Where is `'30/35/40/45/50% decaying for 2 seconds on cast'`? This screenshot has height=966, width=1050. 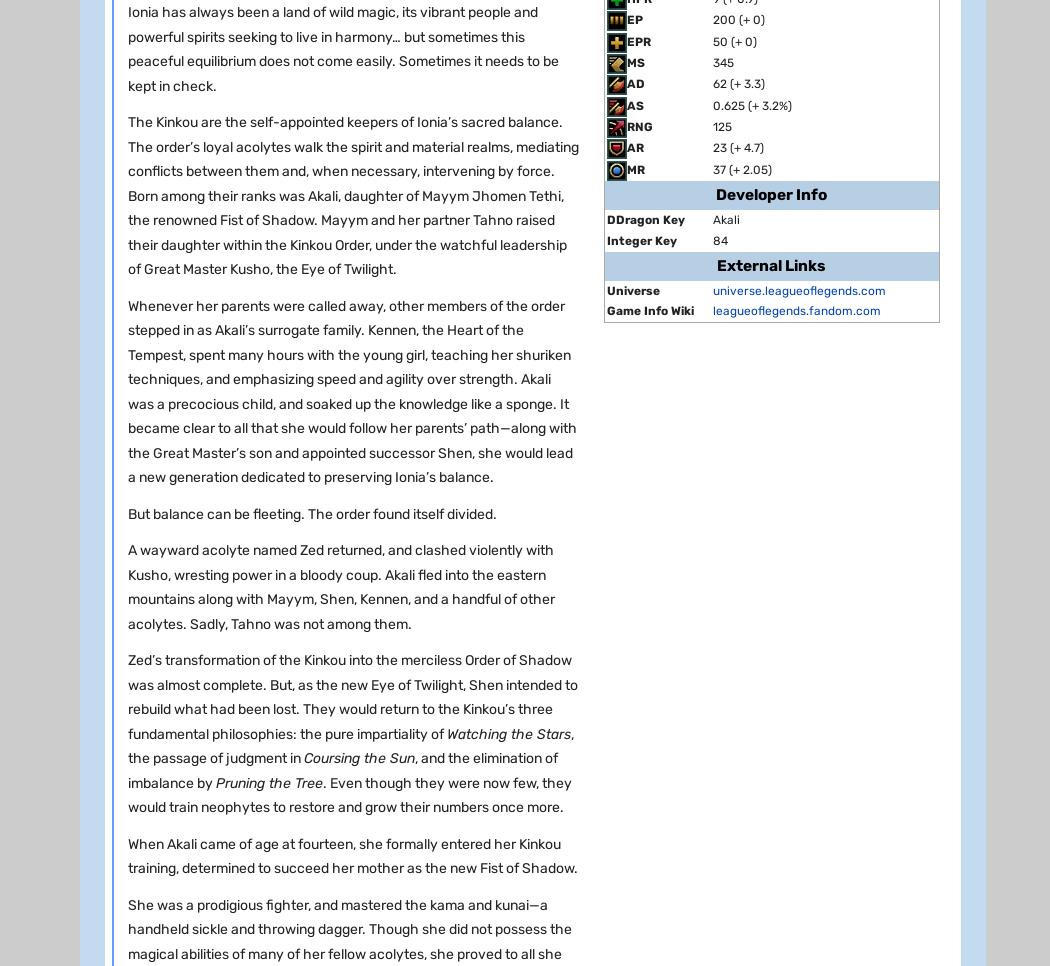 '30/35/40/45/50% decaying for 2 seconds on cast' is located at coordinates (336, 167).